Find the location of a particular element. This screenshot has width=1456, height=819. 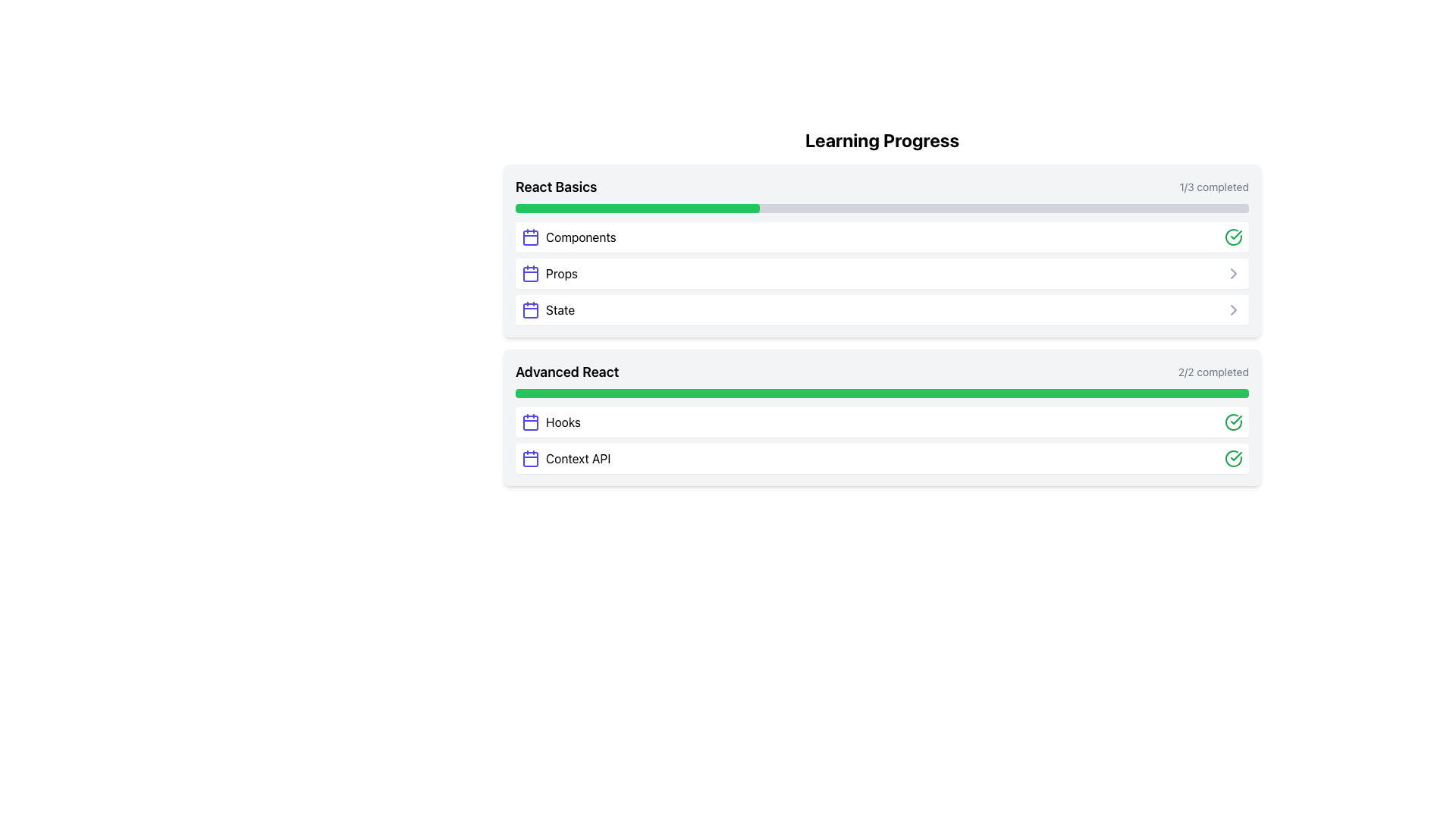

the Text Label that serves as the title for the 'Advanced React' learning module section, located to the left of the progress indicator is located at coordinates (566, 372).